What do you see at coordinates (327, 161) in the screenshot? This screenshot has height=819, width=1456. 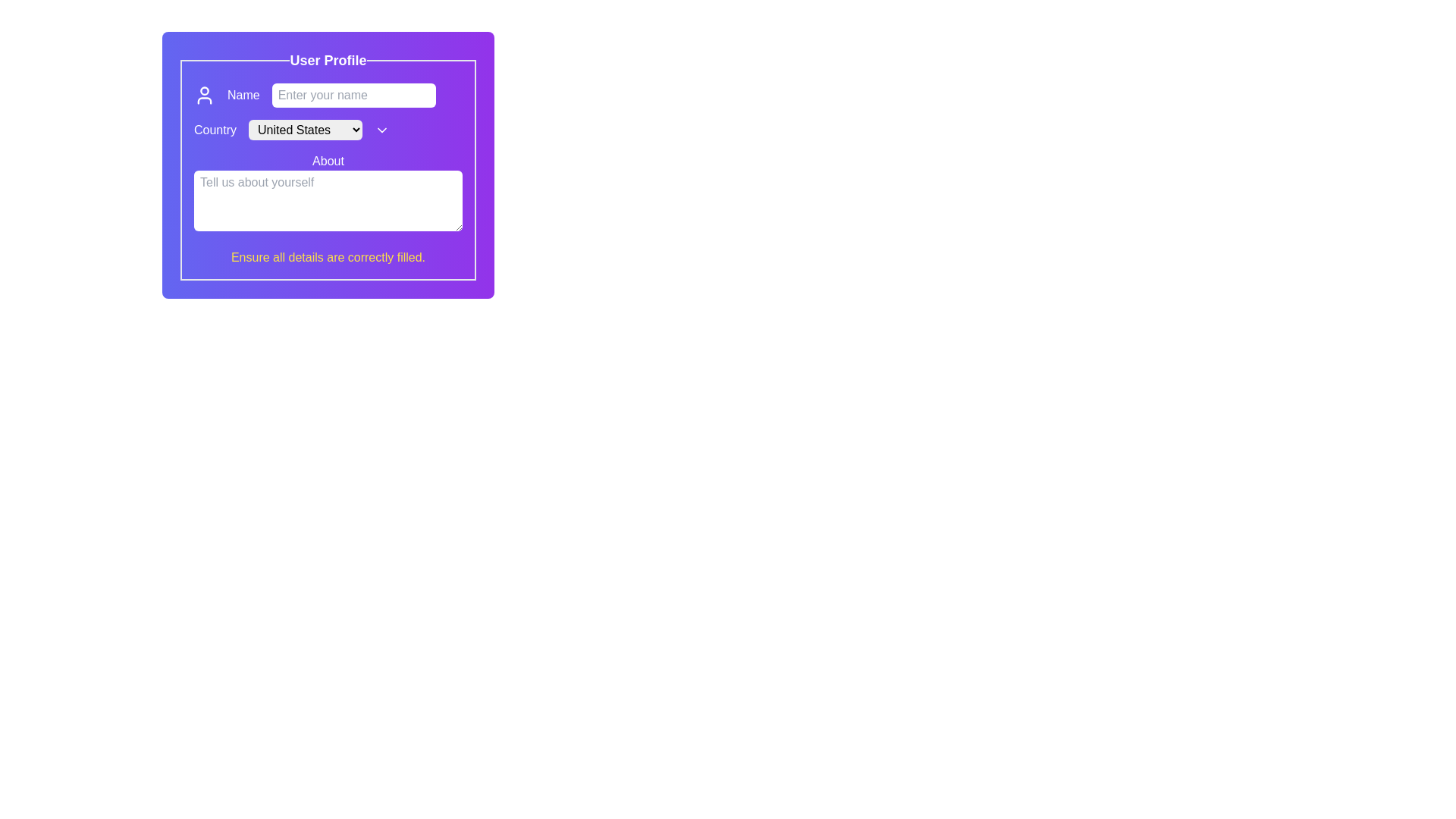 I see `the static text label located above the multi-line text input labeled 'Tell us about yourself'` at bounding box center [327, 161].